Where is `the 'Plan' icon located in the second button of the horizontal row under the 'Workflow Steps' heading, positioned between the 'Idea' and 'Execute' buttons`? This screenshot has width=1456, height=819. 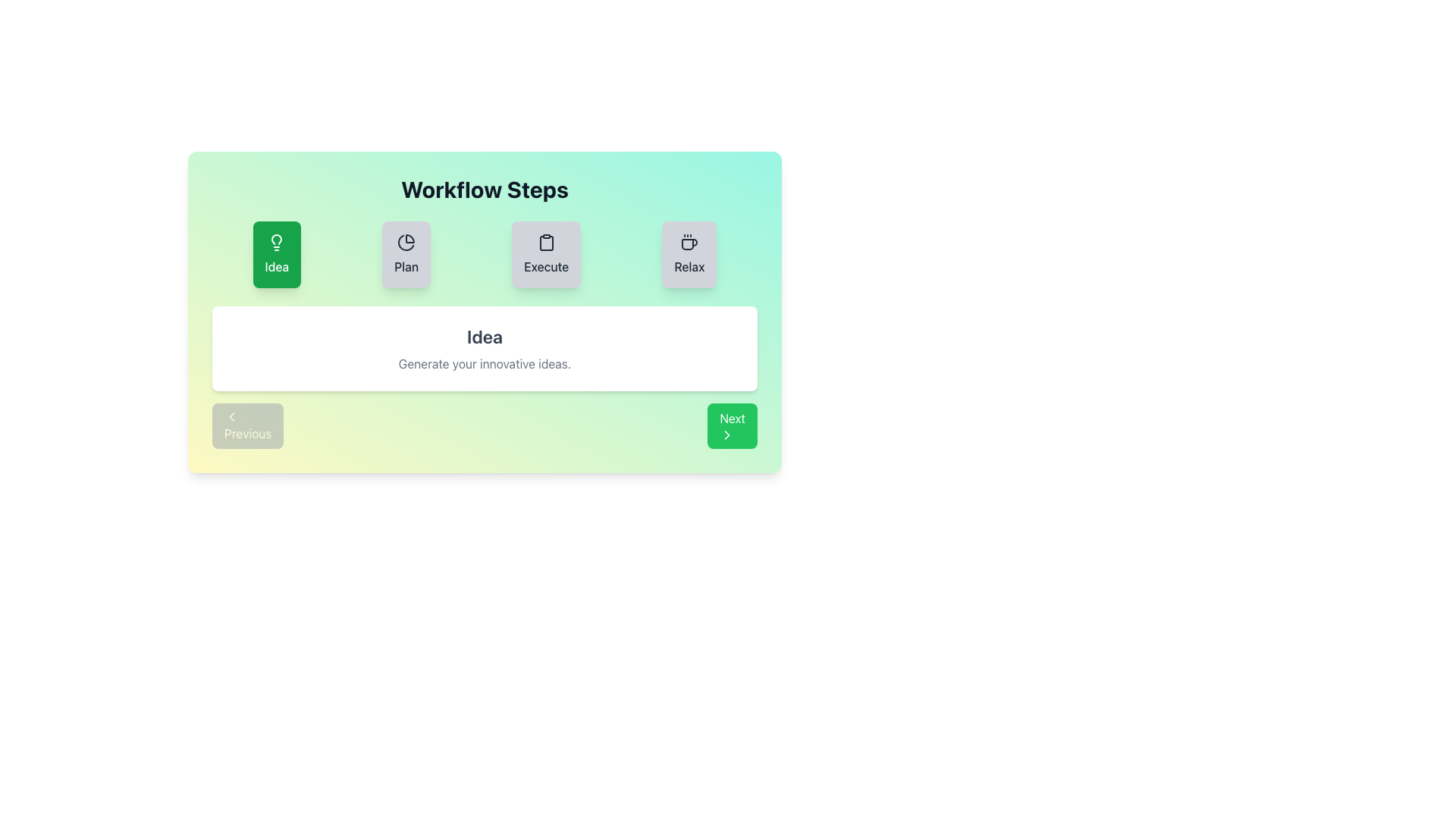 the 'Plan' icon located in the second button of the horizontal row under the 'Workflow Steps' heading, positioned between the 'Idea' and 'Execute' buttons is located at coordinates (406, 242).